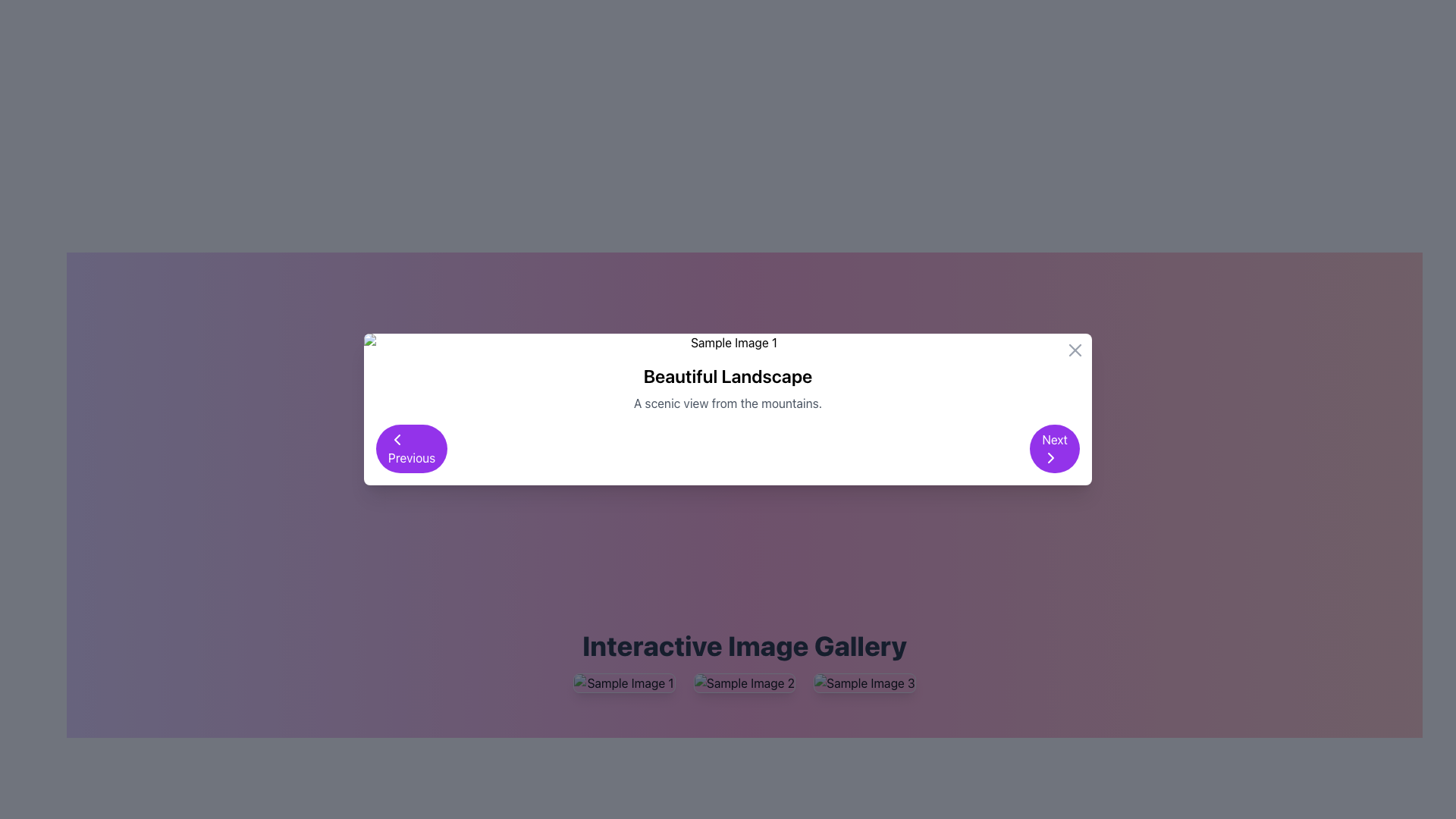  What do you see at coordinates (864, 683) in the screenshot?
I see `the image thumbnail labeled 'Sample Image 3' to trigger style changes` at bounding box center [864, 683].